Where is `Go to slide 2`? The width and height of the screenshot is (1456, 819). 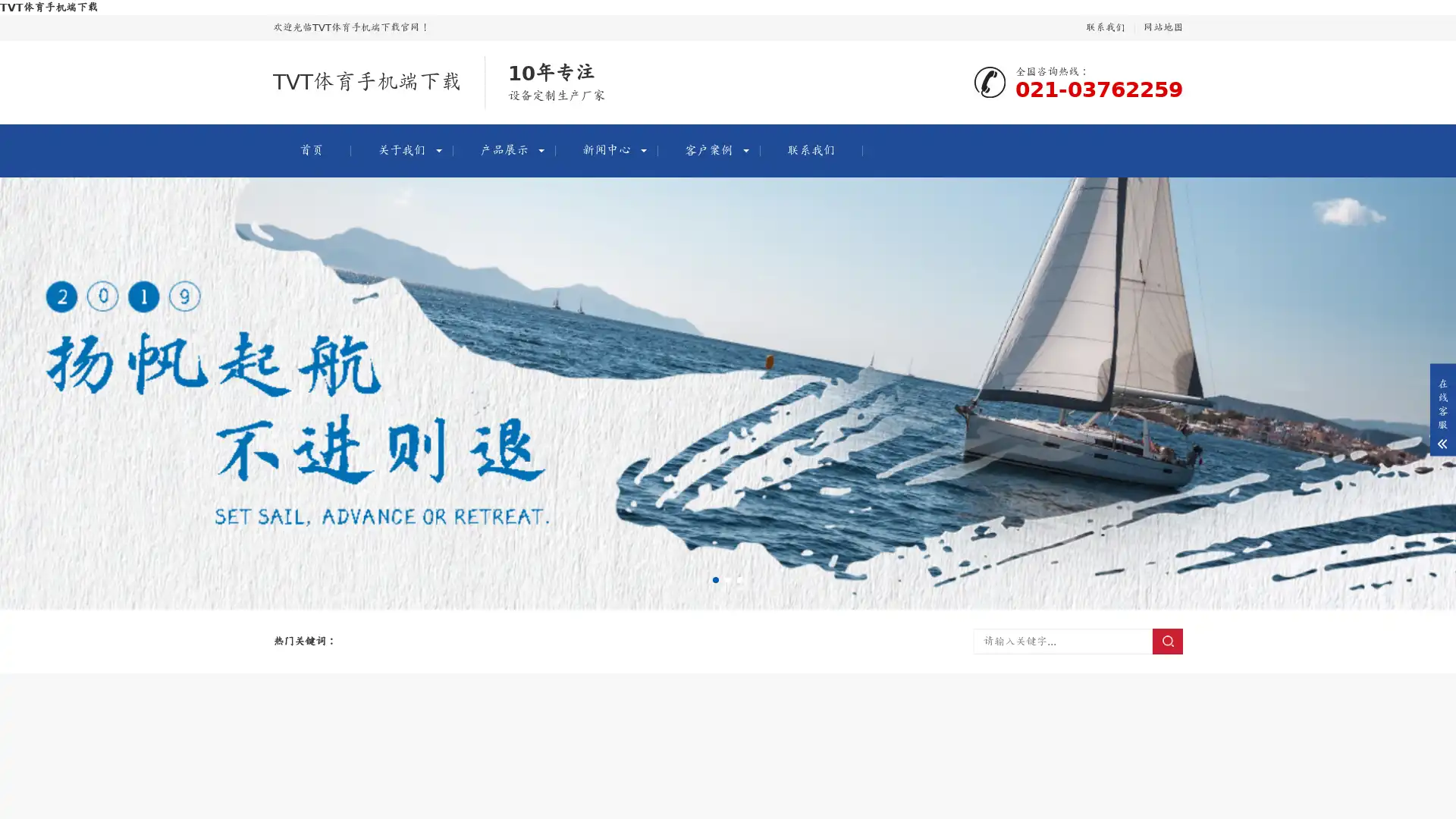
Go to slide 2 is located at coordinates (728, 579).